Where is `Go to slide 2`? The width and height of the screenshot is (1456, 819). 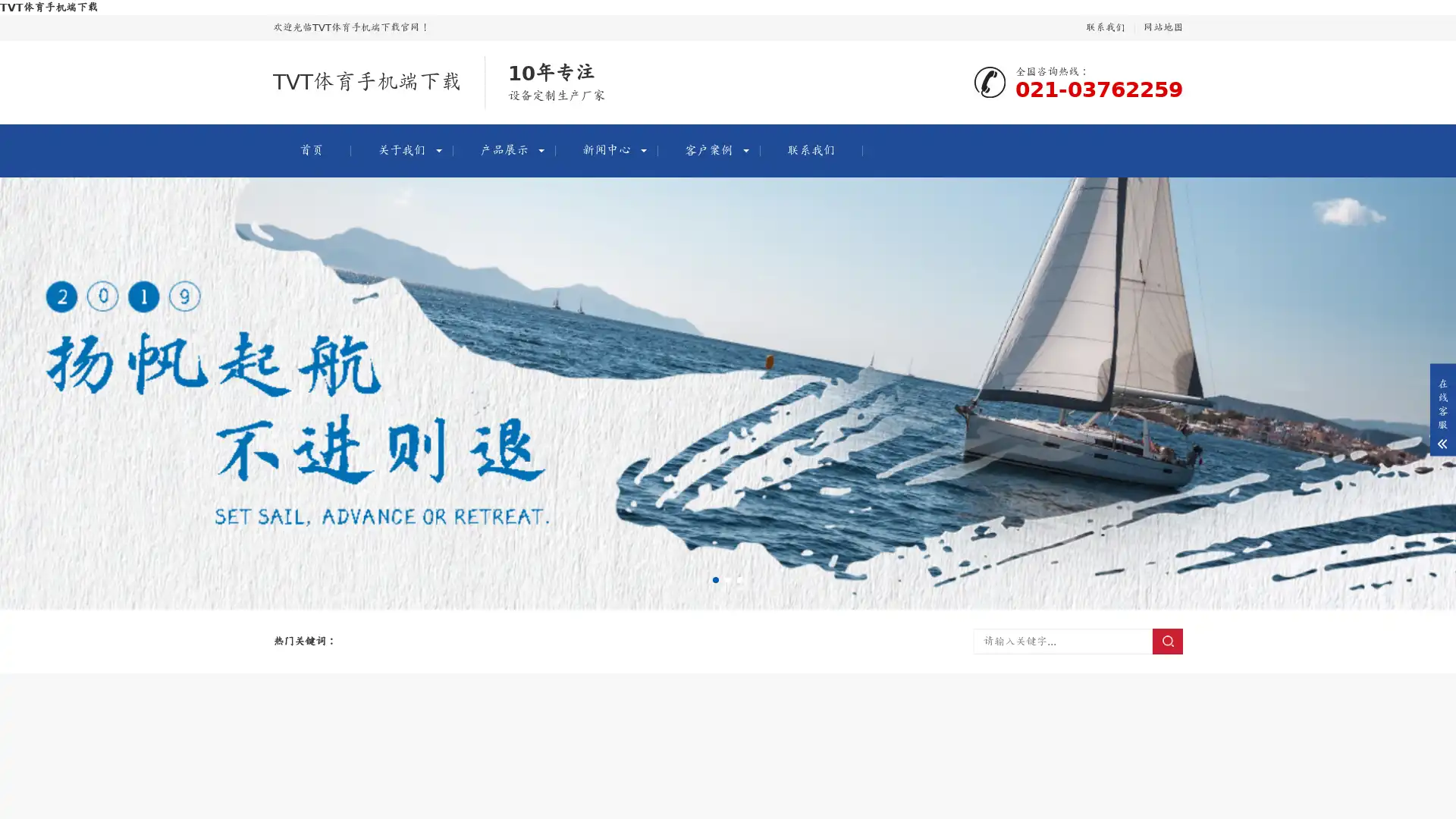
Go to slide 2 is located at coordinates (728, 579).